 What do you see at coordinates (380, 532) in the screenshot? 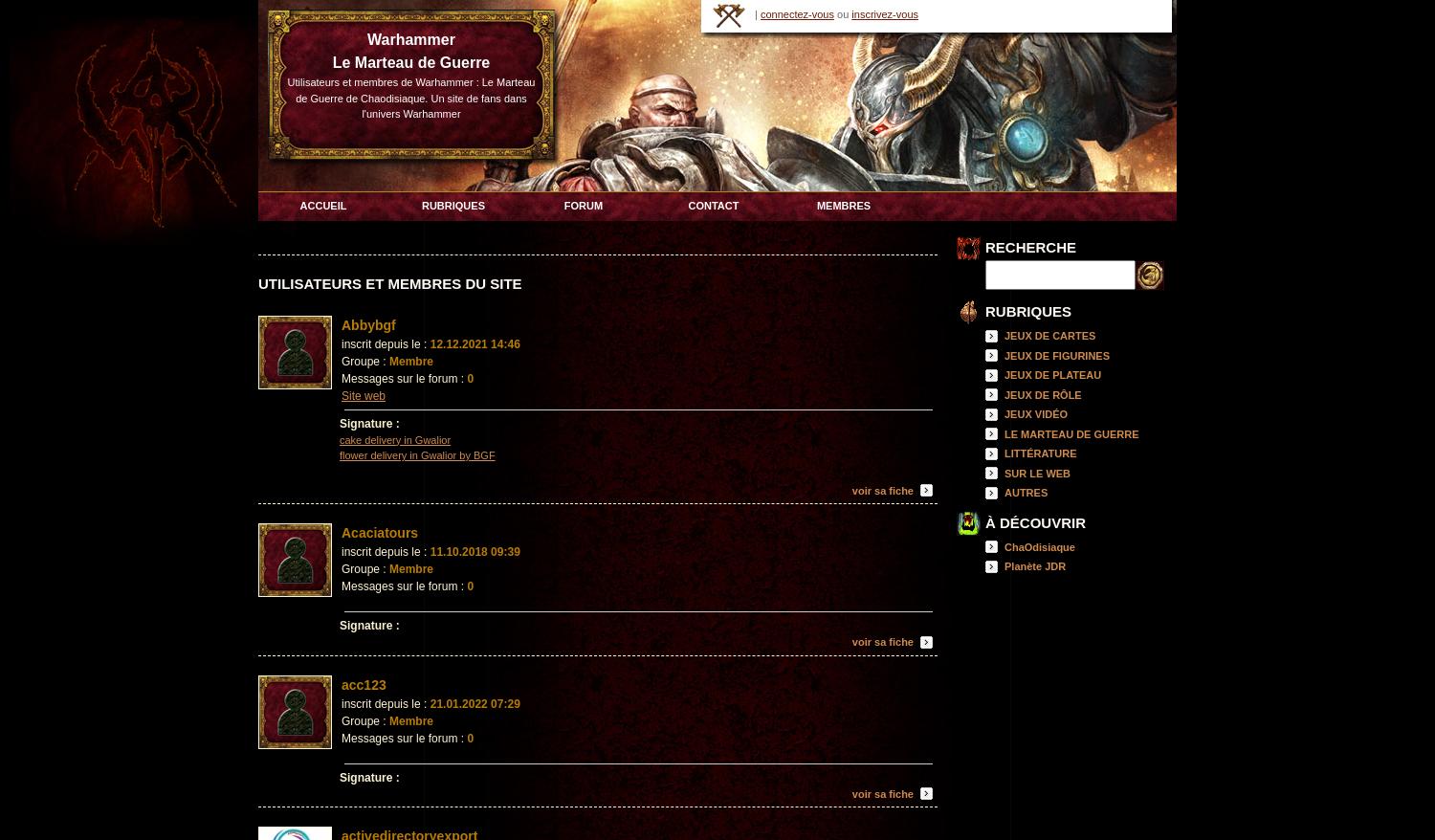
I see `'Acaciatours'` at bounding box center [380, 532].